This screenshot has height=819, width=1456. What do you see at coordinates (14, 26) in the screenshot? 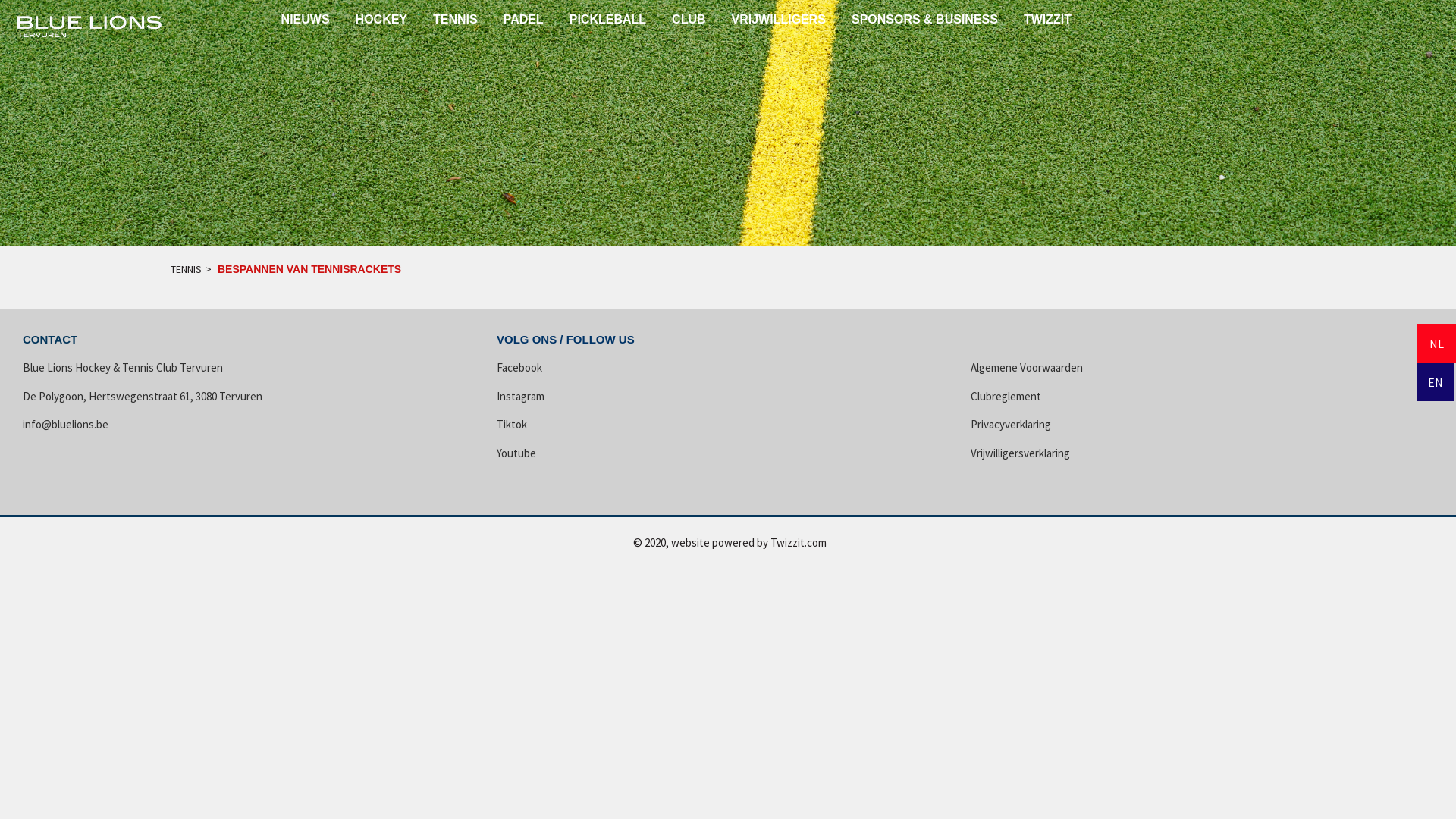
I see `' '` at bounding box center [14, 26].